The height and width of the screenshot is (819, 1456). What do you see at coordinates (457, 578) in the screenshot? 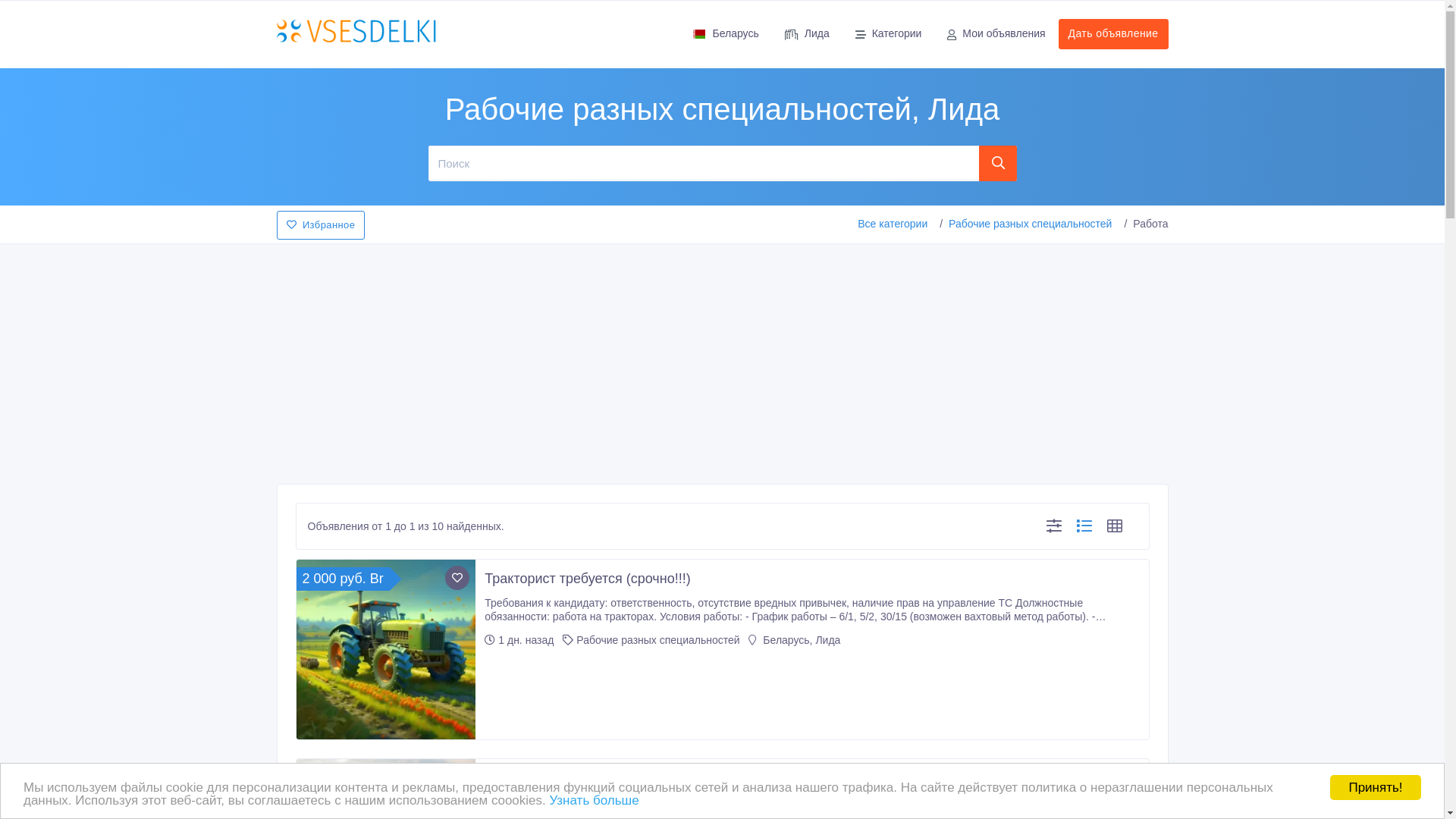
I see `'Add to favorite'` at bounding box center [457, 578].